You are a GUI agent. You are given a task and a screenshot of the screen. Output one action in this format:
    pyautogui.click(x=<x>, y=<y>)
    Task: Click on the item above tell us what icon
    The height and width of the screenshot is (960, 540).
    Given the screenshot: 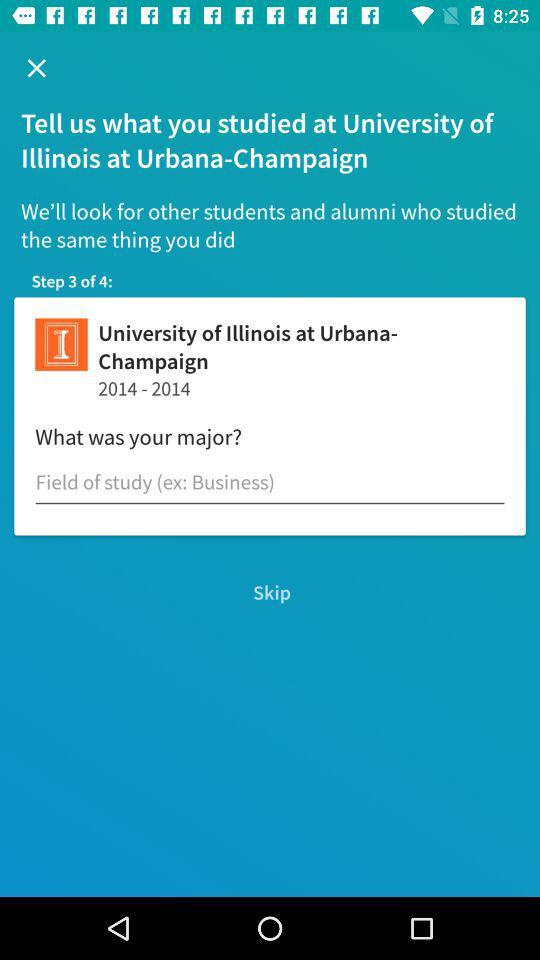 What is the action you would take?
    pyautogui.click(x=36, y=68)
    